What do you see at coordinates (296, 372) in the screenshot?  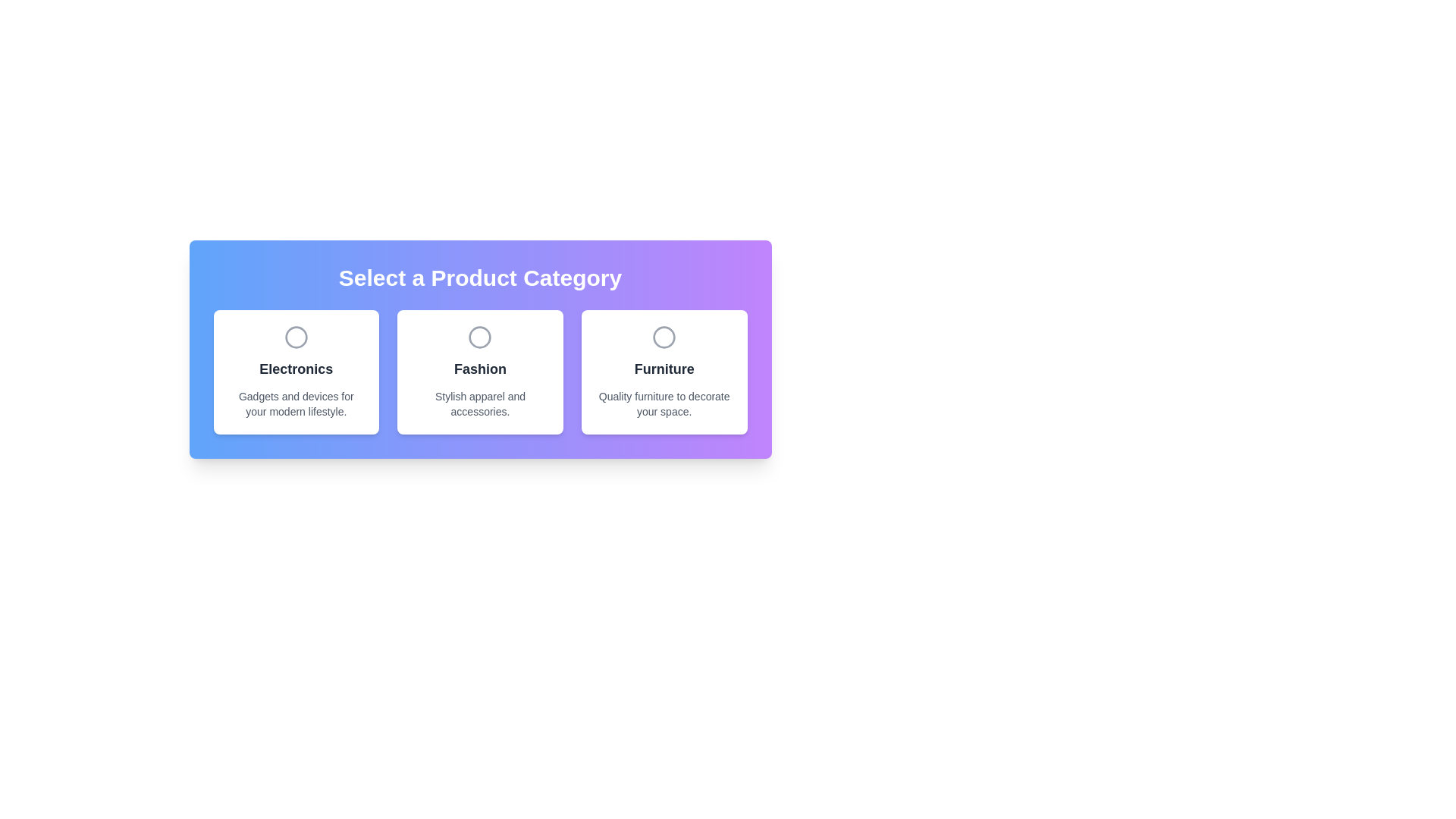 I see `the 'Electronics' category card, which is the first card in the list with a white background and rounded edges` at bounding box center [296, 372].